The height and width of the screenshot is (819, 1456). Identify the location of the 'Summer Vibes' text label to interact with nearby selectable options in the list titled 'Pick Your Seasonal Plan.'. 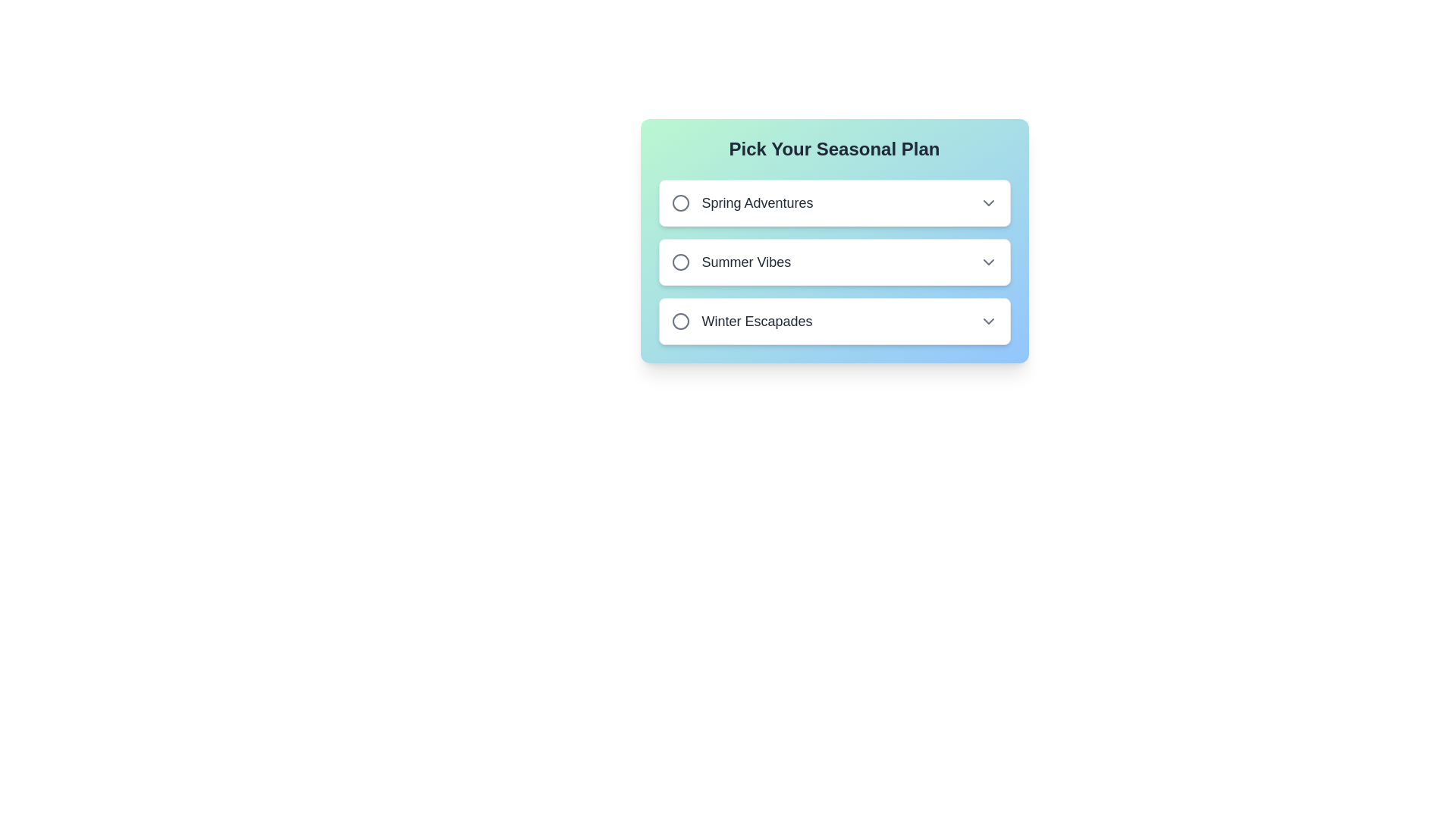
(746, 262).